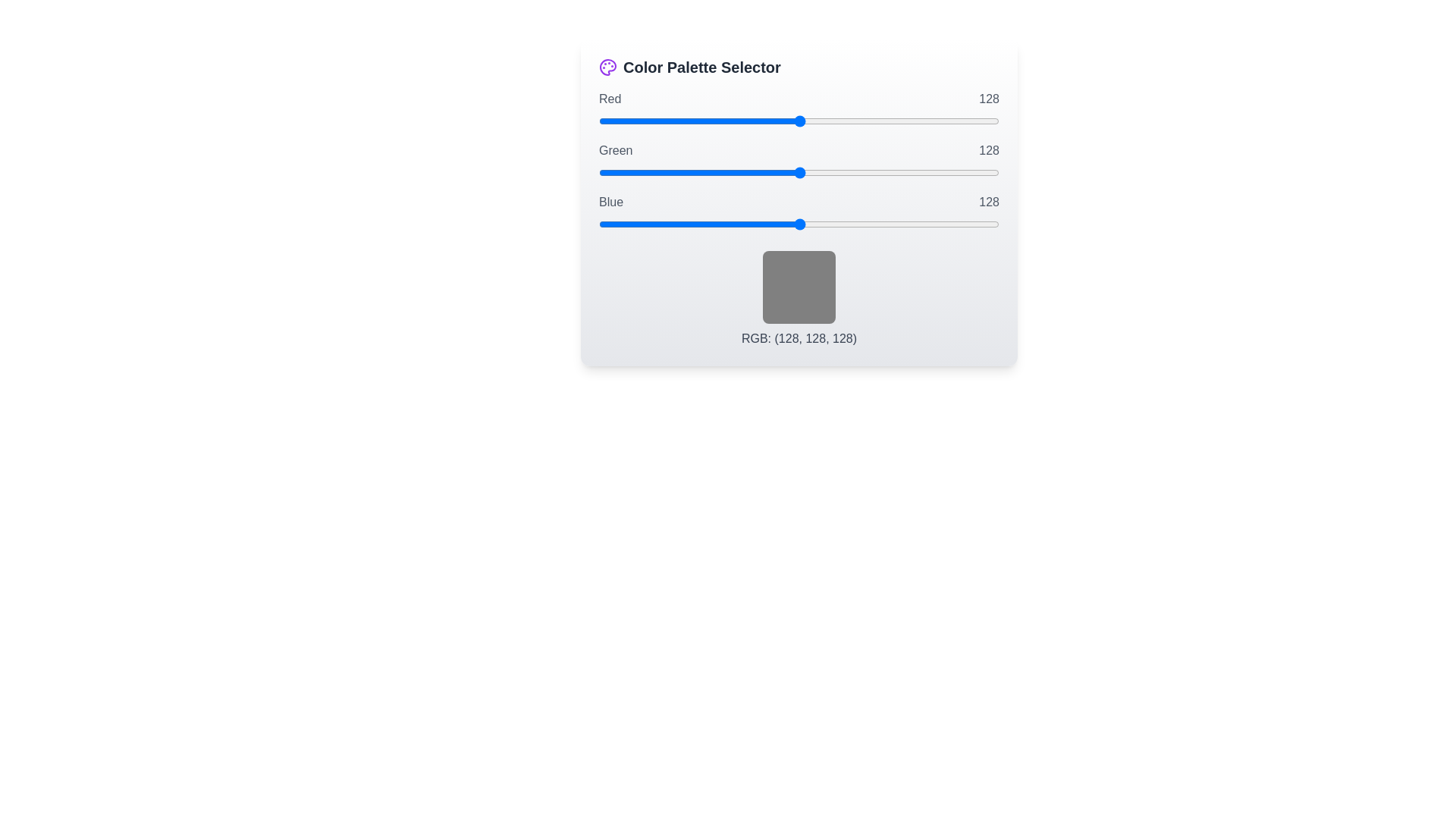  What do you see at coordinates (799, 171) in the screenshot?
I see `the 1 slider to 147 to observe the color preview box update` at bounding box center [799, 171].